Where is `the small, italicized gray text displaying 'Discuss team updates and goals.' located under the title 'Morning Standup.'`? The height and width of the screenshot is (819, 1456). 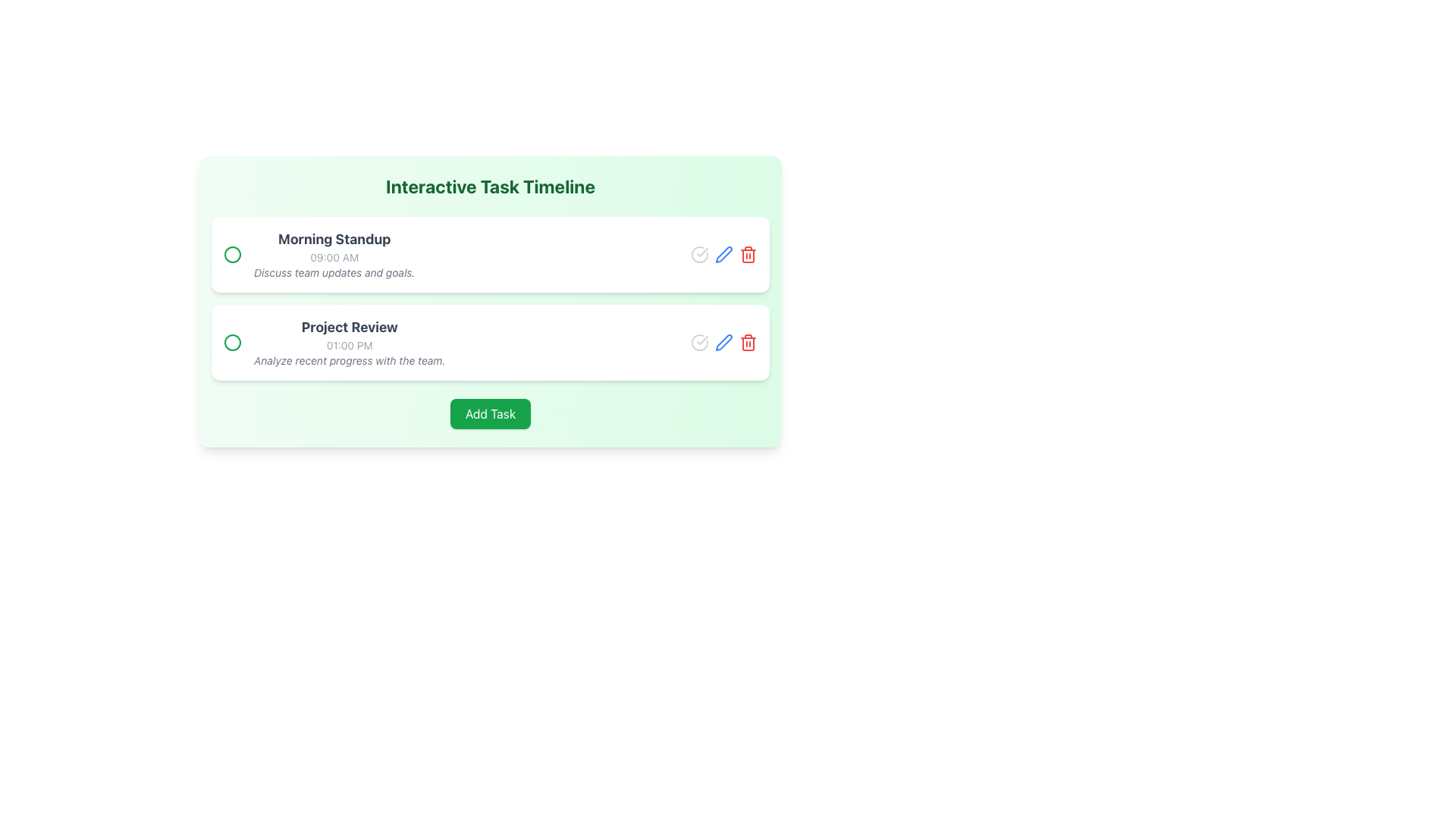
the small, italicized gray text displaying 'Discuss team updates and goals.' located under the title 'Morning Standup.' is located at coordinates (334, 271).